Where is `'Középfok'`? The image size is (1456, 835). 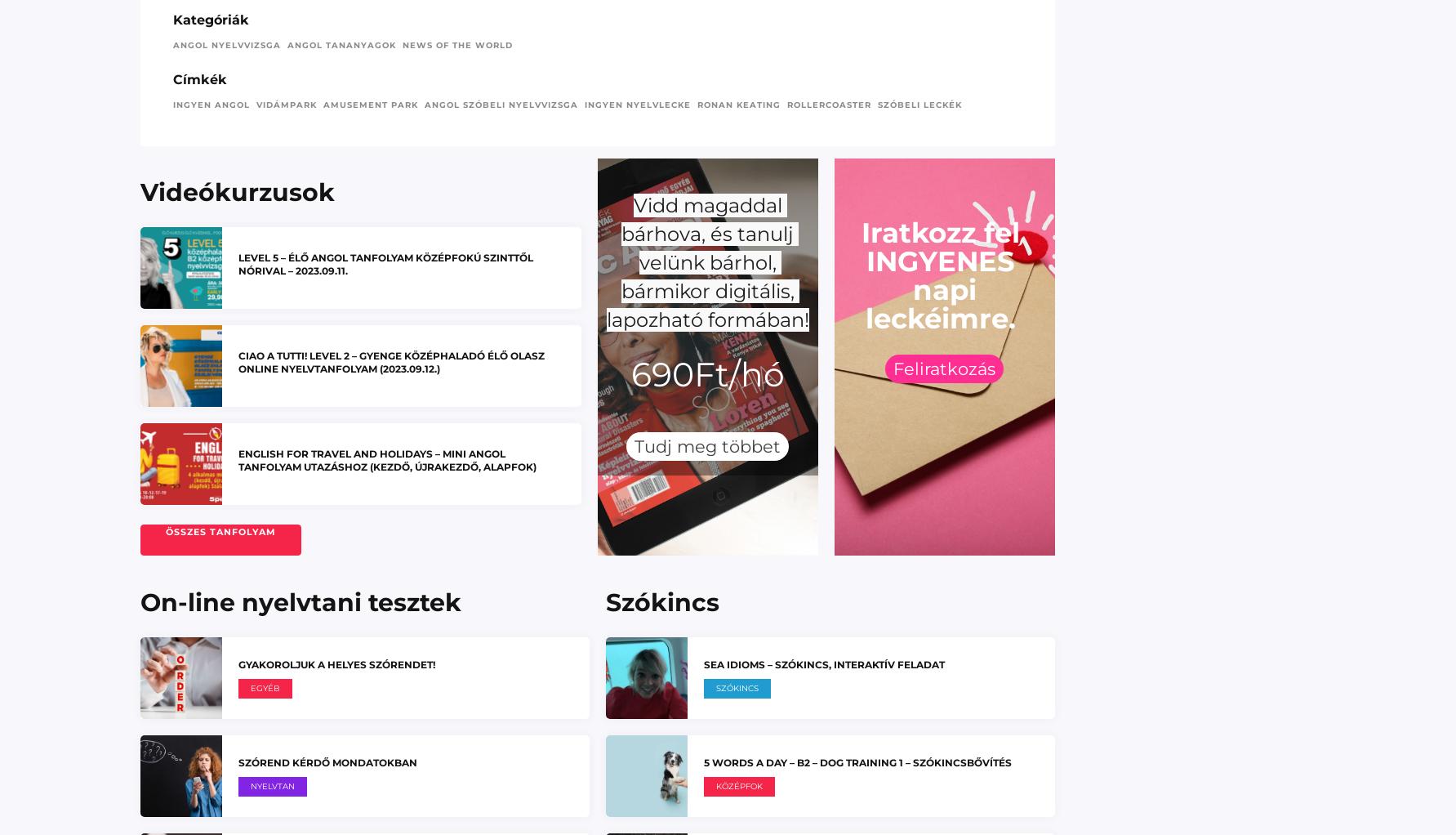 'Középfok' is located at coordinates (737, 785).